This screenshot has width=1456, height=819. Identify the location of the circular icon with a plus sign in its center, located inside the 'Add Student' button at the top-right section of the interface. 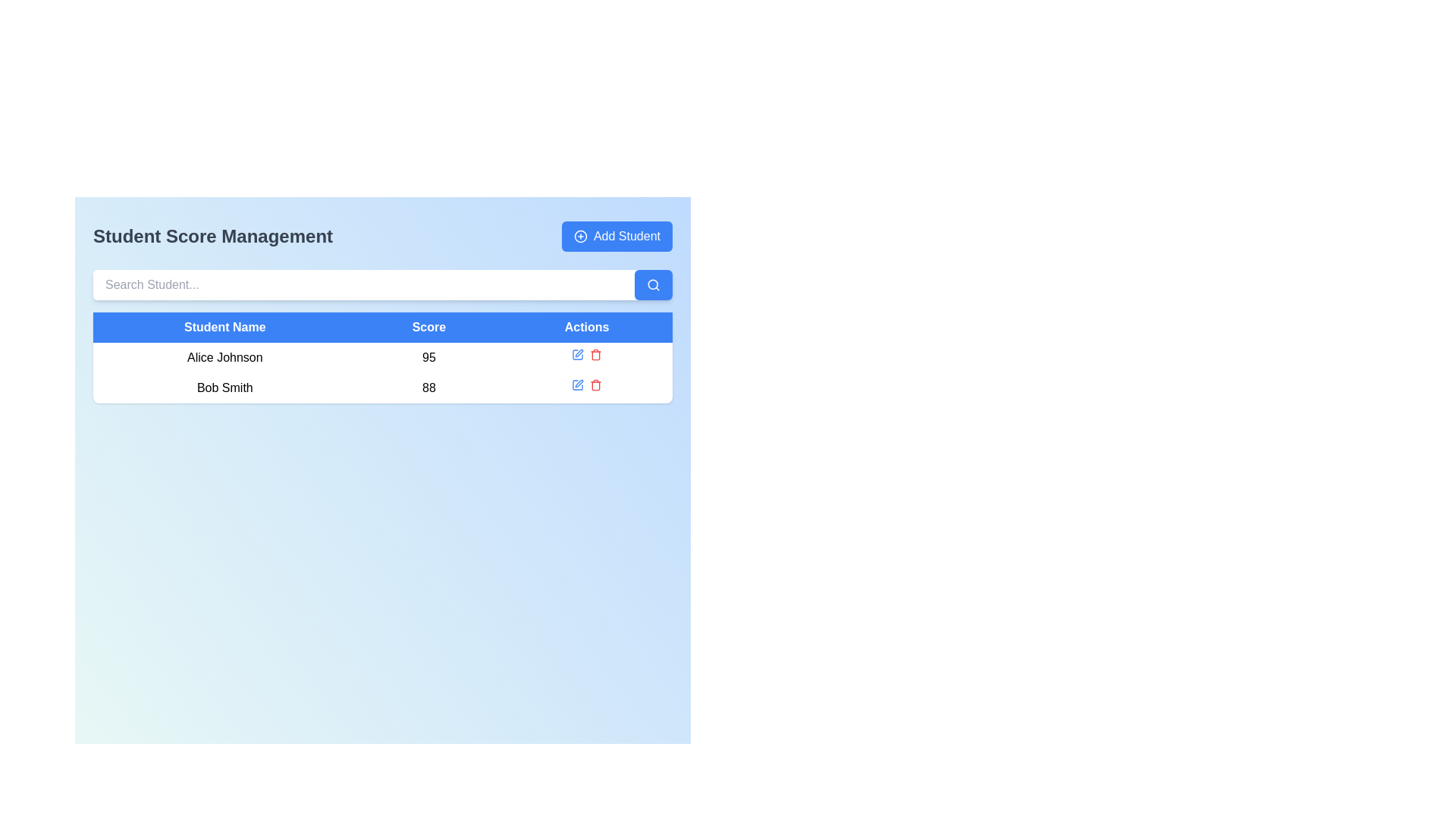
(579, 237).